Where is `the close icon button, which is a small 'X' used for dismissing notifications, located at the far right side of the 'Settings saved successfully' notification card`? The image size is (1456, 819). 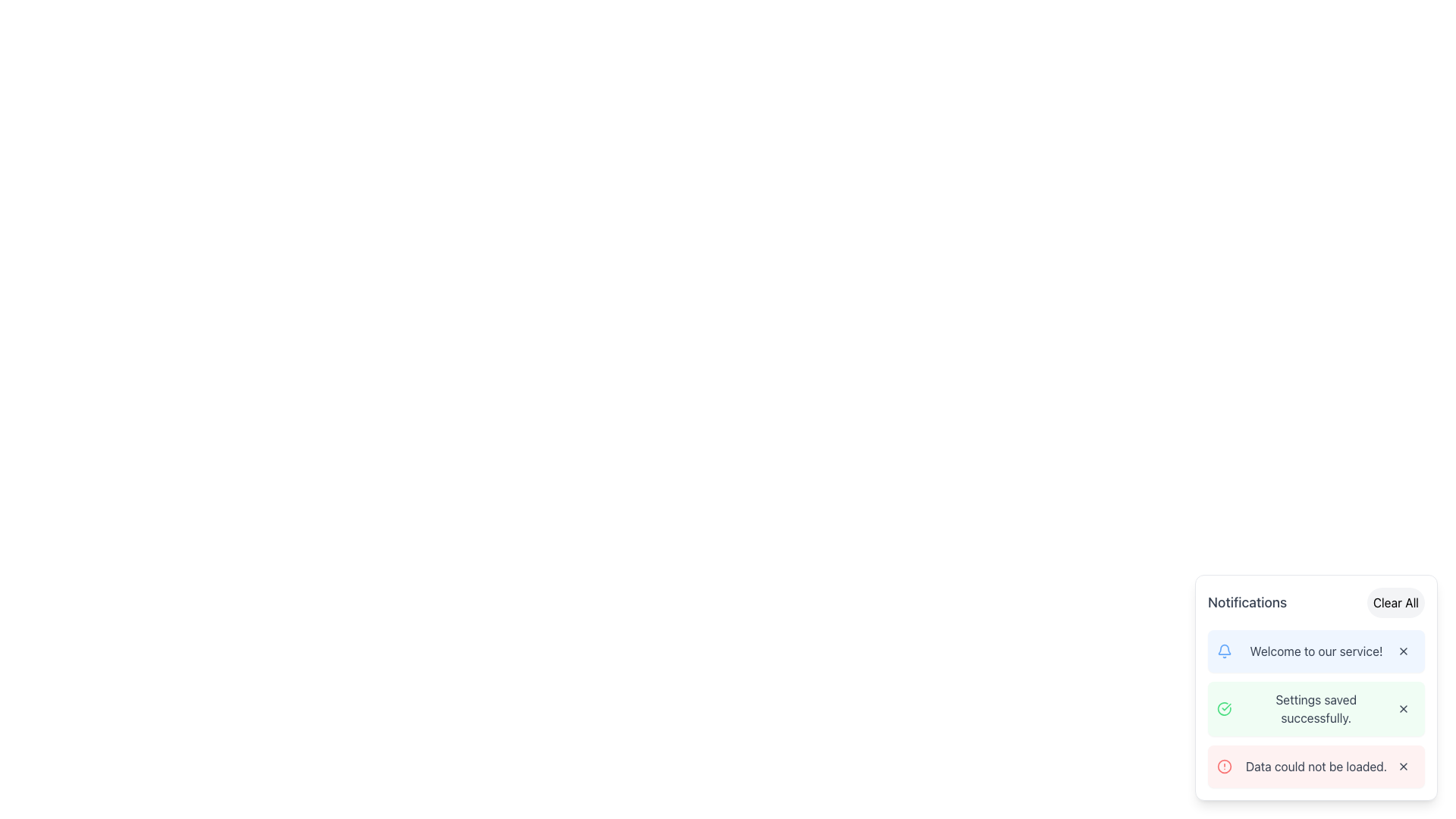 the close icon button, which is a small 'X' used for dismissing notifications, located at the far right side of the 'Settings saved successfully' notification card is located at coordinates (1403, 708).